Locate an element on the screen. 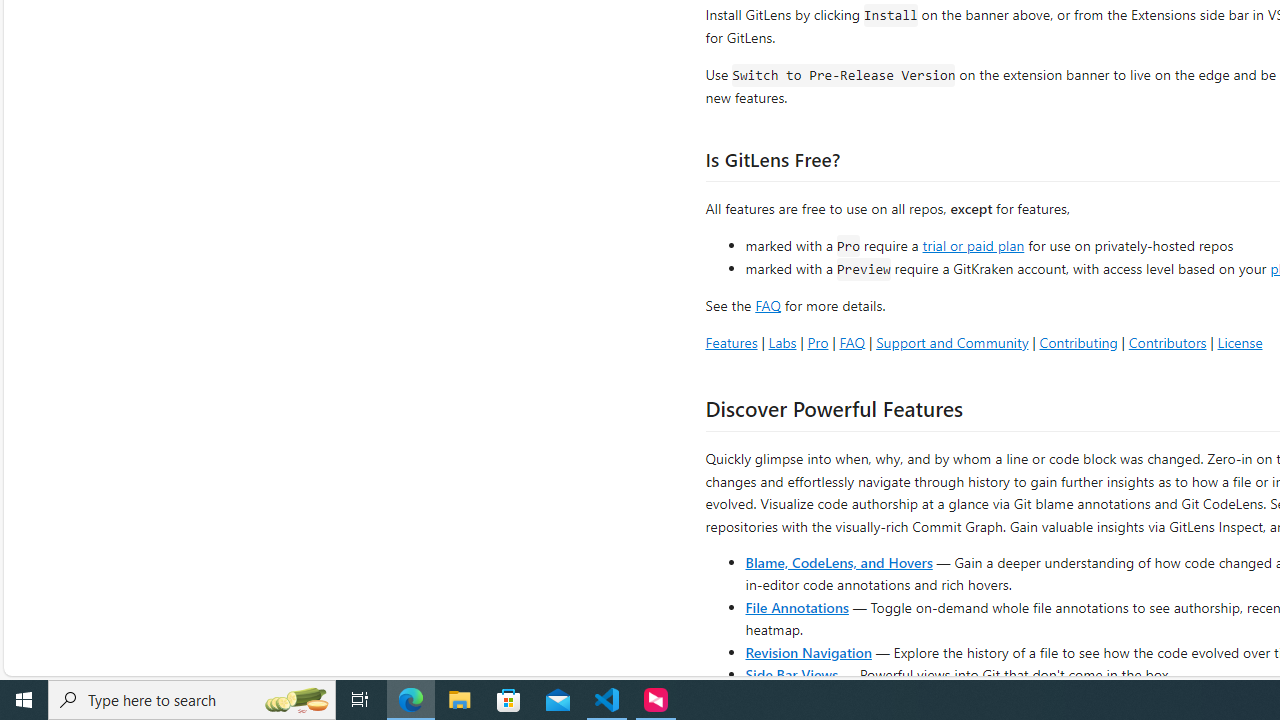  'Support and Community' is located at coordinates (951, 341).